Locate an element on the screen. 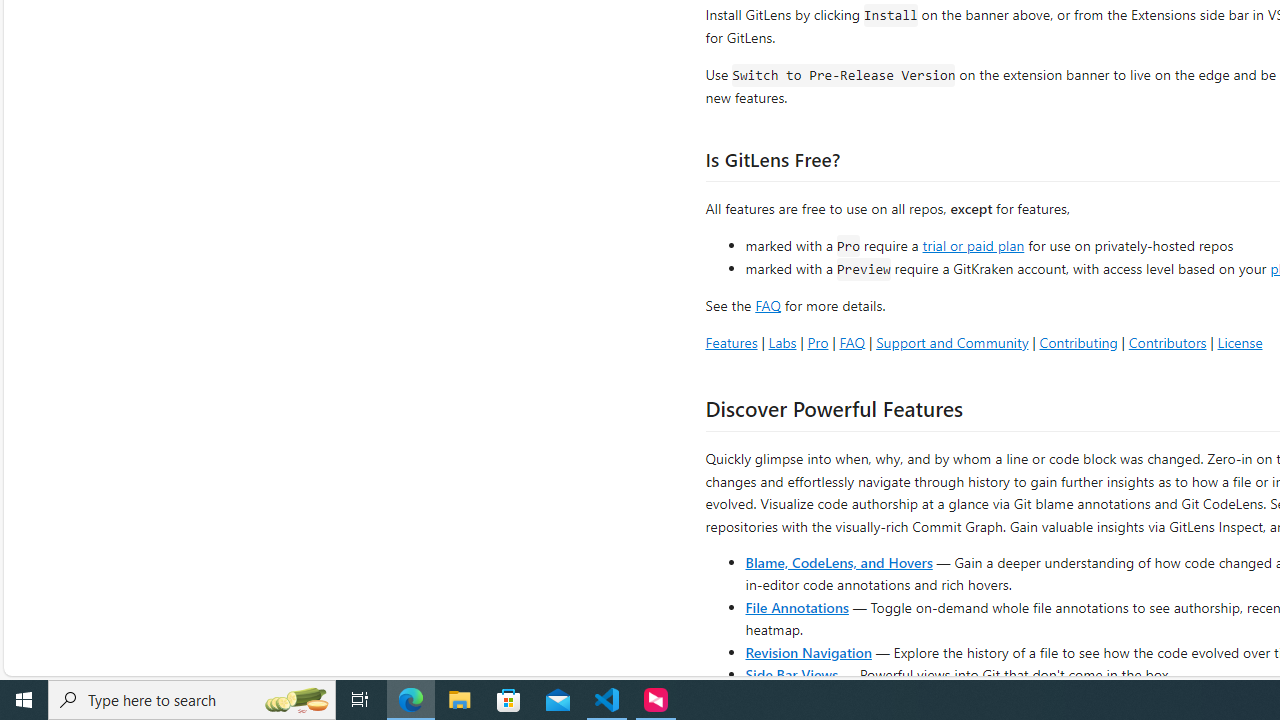  'Support and Community' is located at coordinates (951, 341).